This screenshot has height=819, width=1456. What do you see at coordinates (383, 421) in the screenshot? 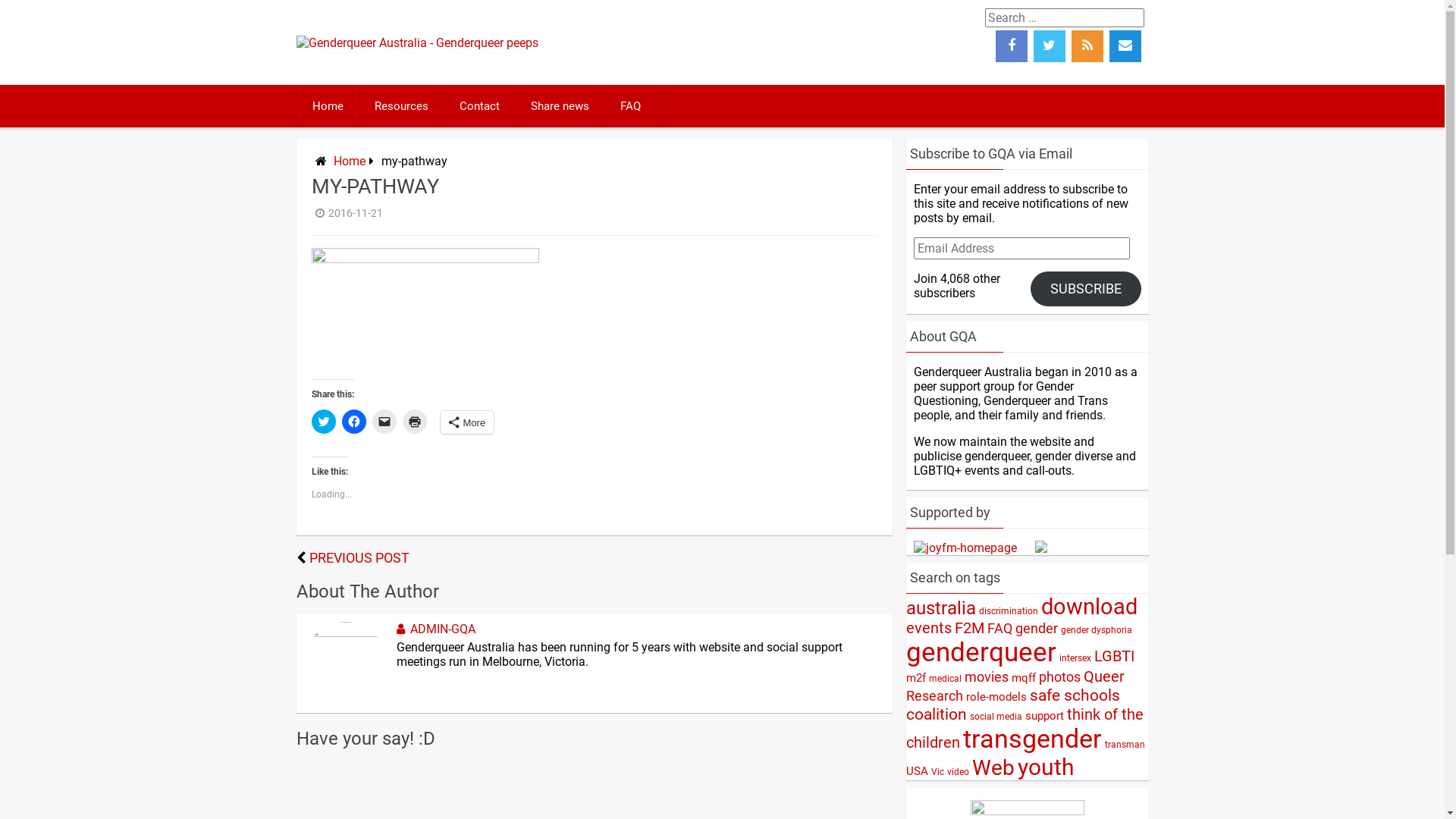
I see `'Click to email a link to a friend (Opens in new window)'` at bounding box center [383, 421].